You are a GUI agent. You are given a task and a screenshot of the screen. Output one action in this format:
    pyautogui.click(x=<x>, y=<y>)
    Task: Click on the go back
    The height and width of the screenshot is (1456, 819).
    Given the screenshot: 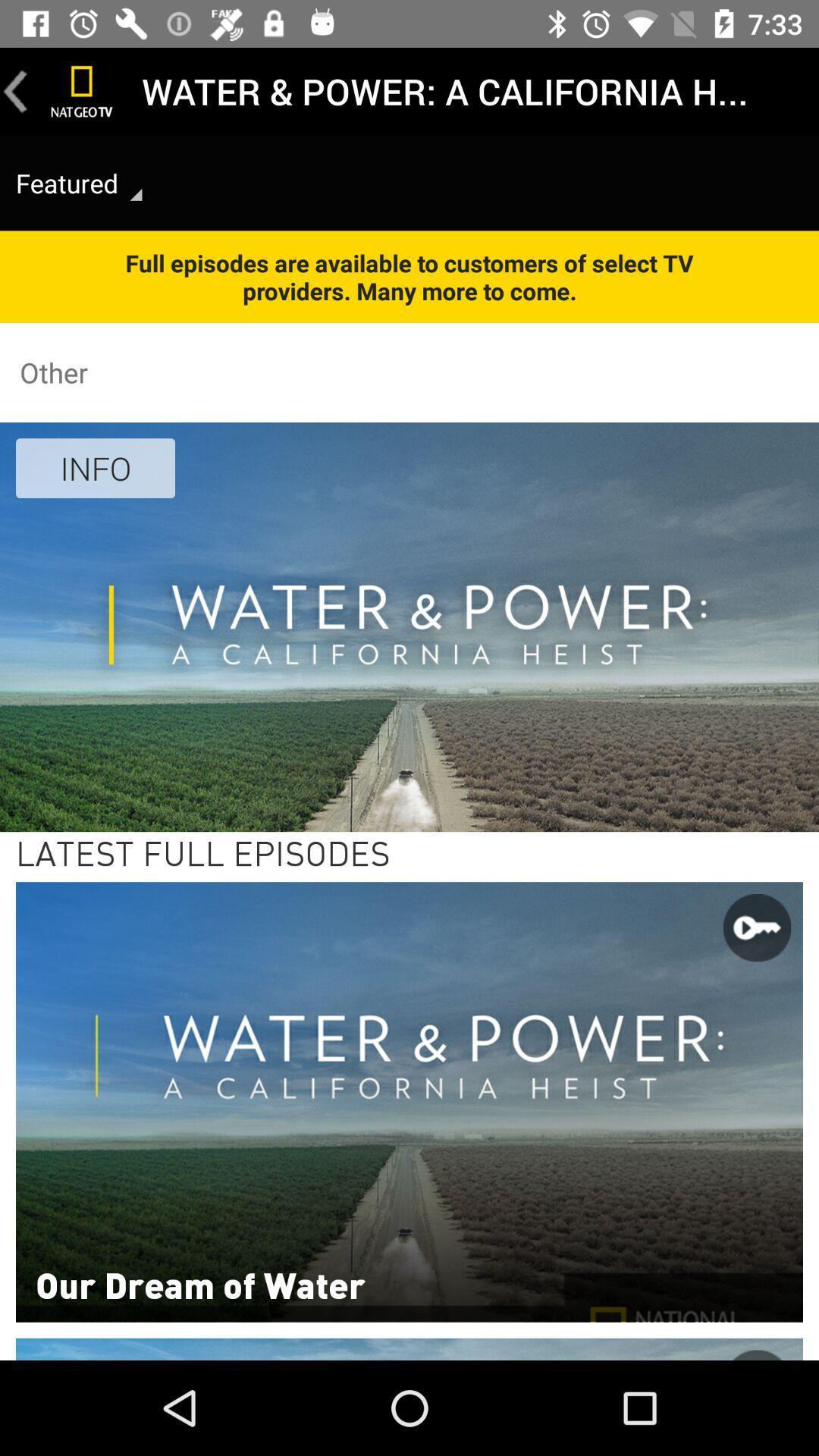 What is the action you would take?
    pyautogui.click(x=15, y=90)
    